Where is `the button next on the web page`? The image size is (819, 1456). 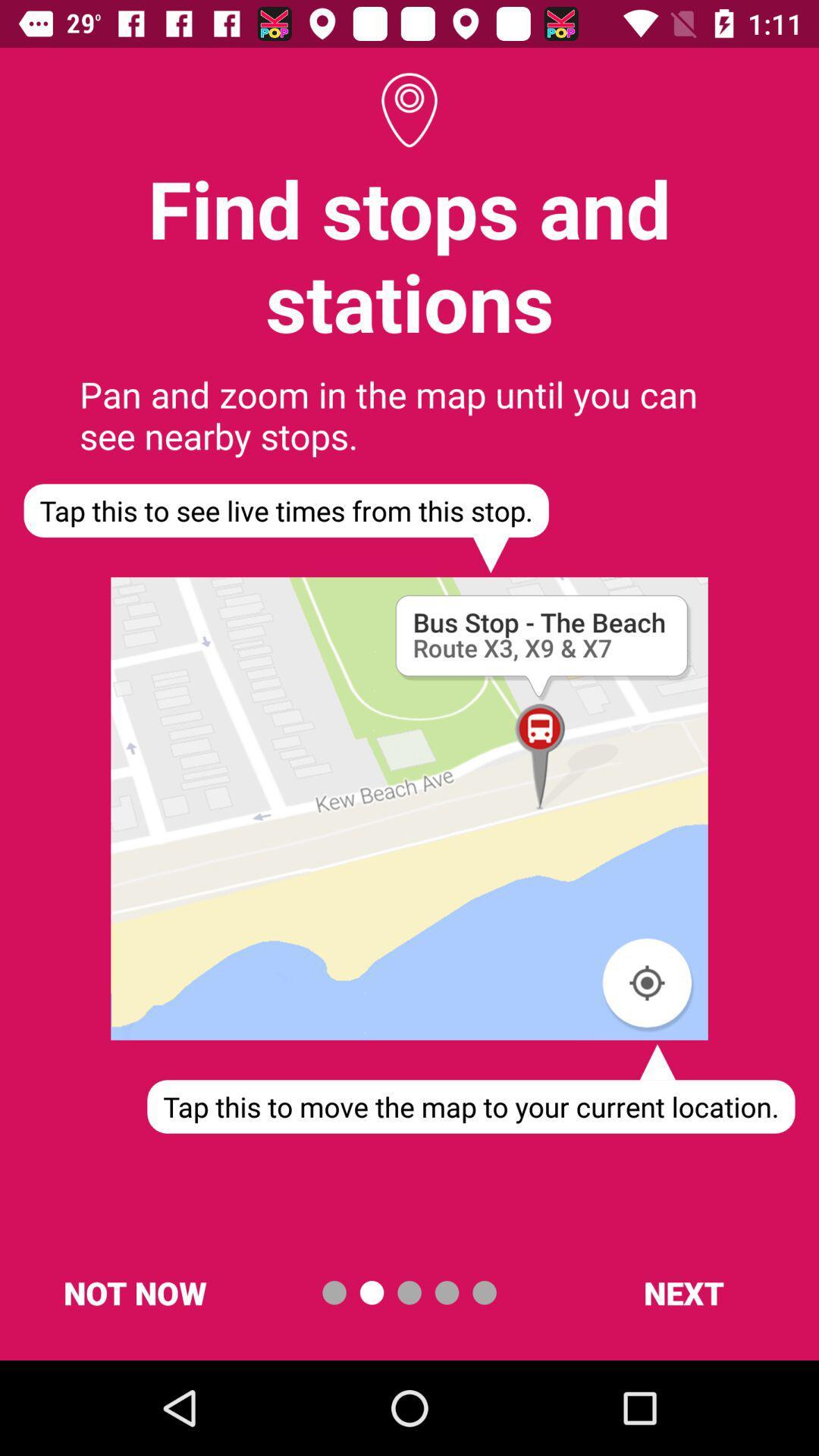 the button next on the web page is located at coordinates (683, 1291).